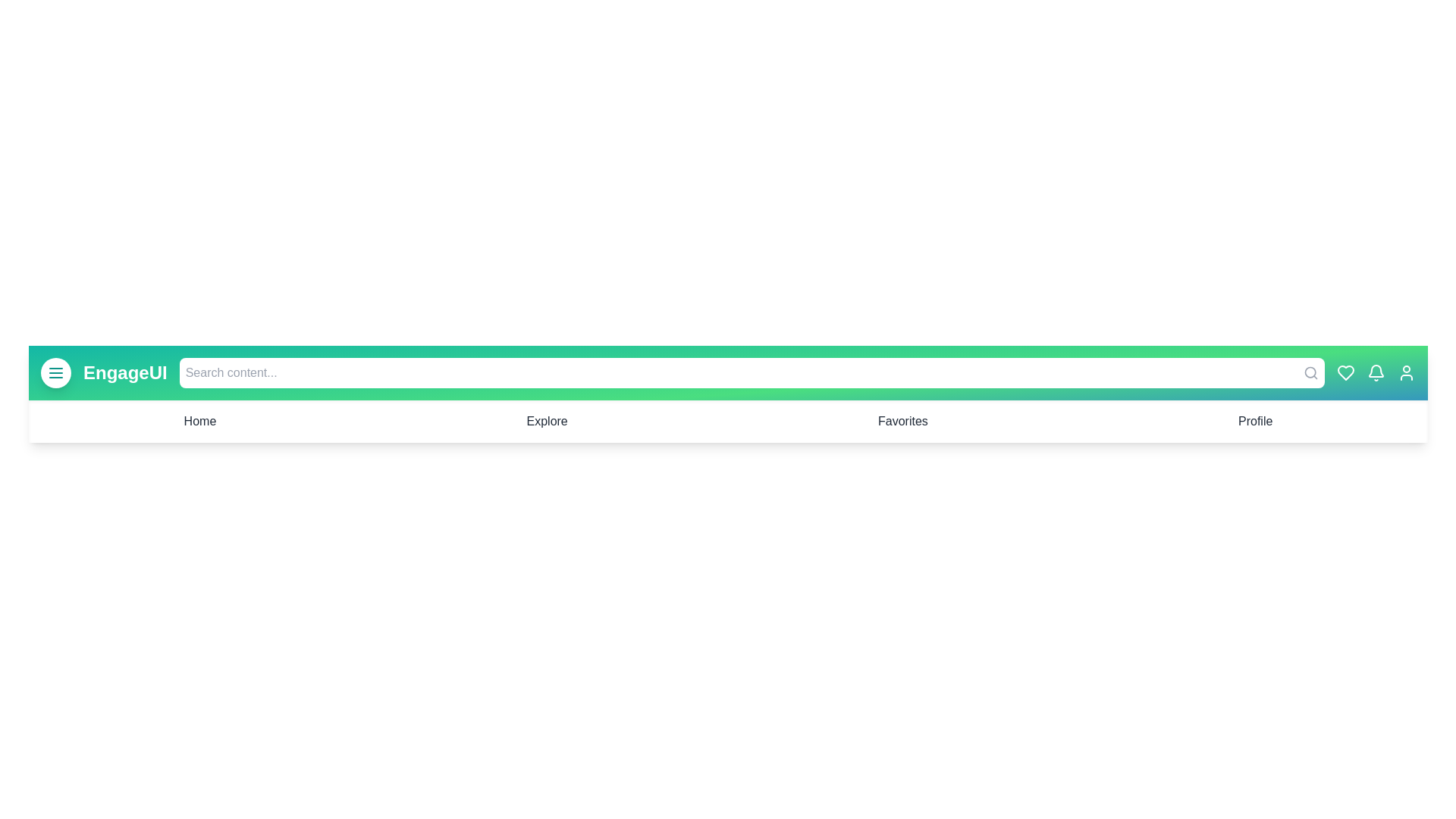 The width and height of the screenshot is (1456, 819). I want to click on the search bar and type 'example query', so click(751, 373).